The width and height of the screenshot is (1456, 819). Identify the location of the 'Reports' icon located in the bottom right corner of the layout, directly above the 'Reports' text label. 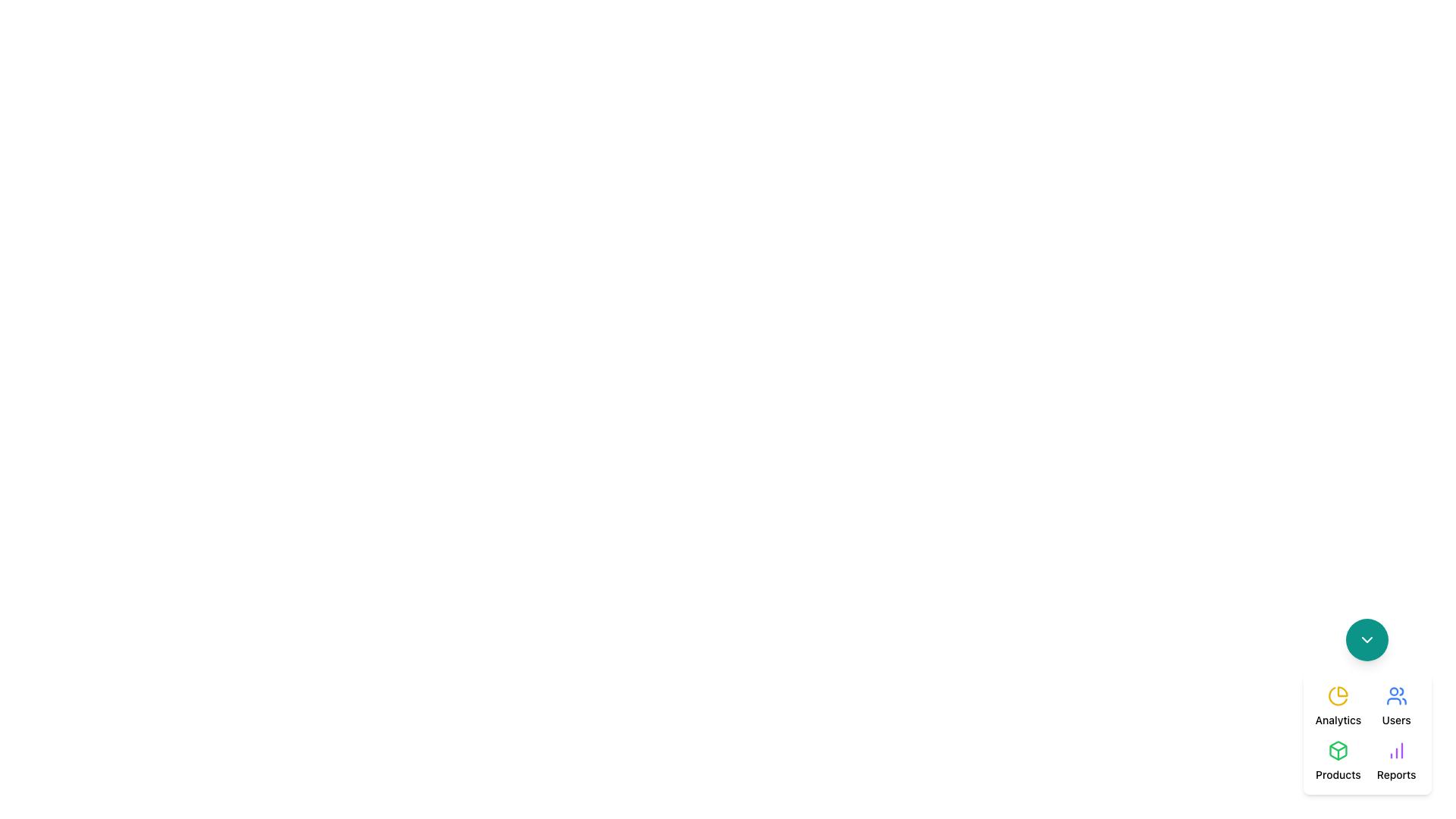
(1395, 751).